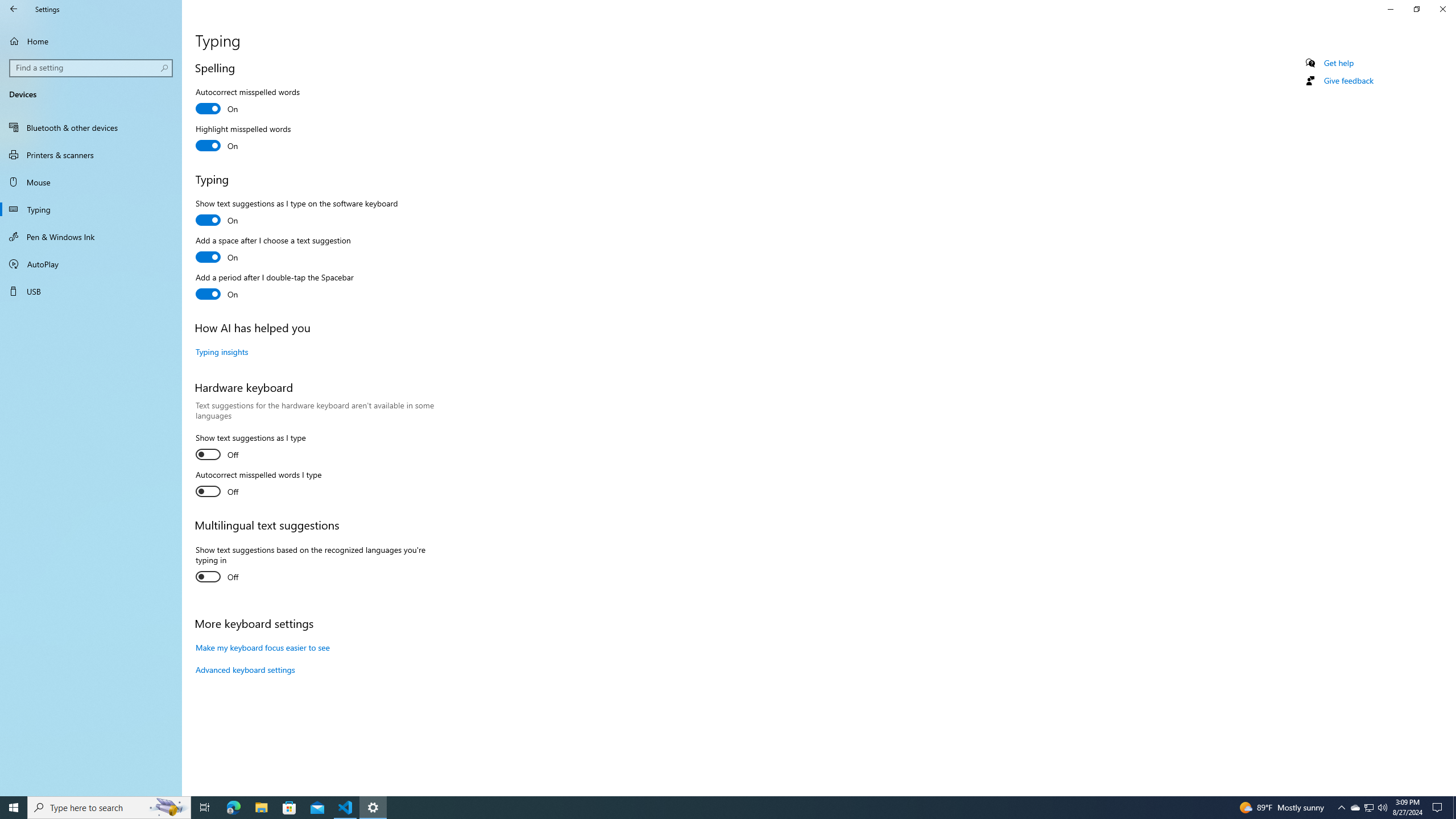  What do you see at coordinates (260, 806) in the screenshot?
I see `'File Explorer'` at bounding box center [260, 806].